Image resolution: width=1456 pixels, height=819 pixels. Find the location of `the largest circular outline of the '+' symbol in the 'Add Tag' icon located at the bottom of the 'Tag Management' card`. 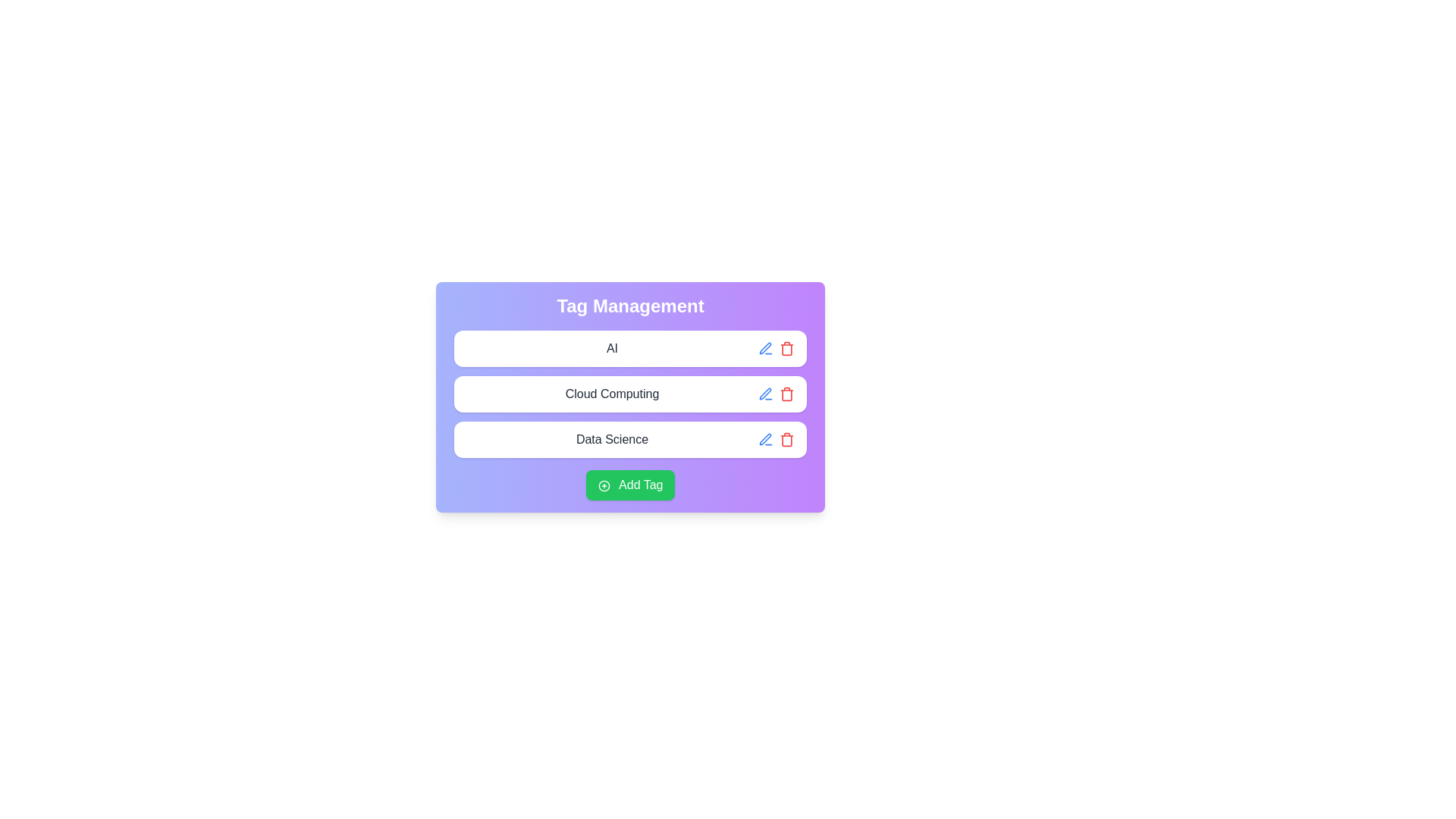

the largest circular outline of the '+' symbol in the 'Add Tag' icon located at the bottom of the 'Tag Management' card is located at coordinates (603, 485).